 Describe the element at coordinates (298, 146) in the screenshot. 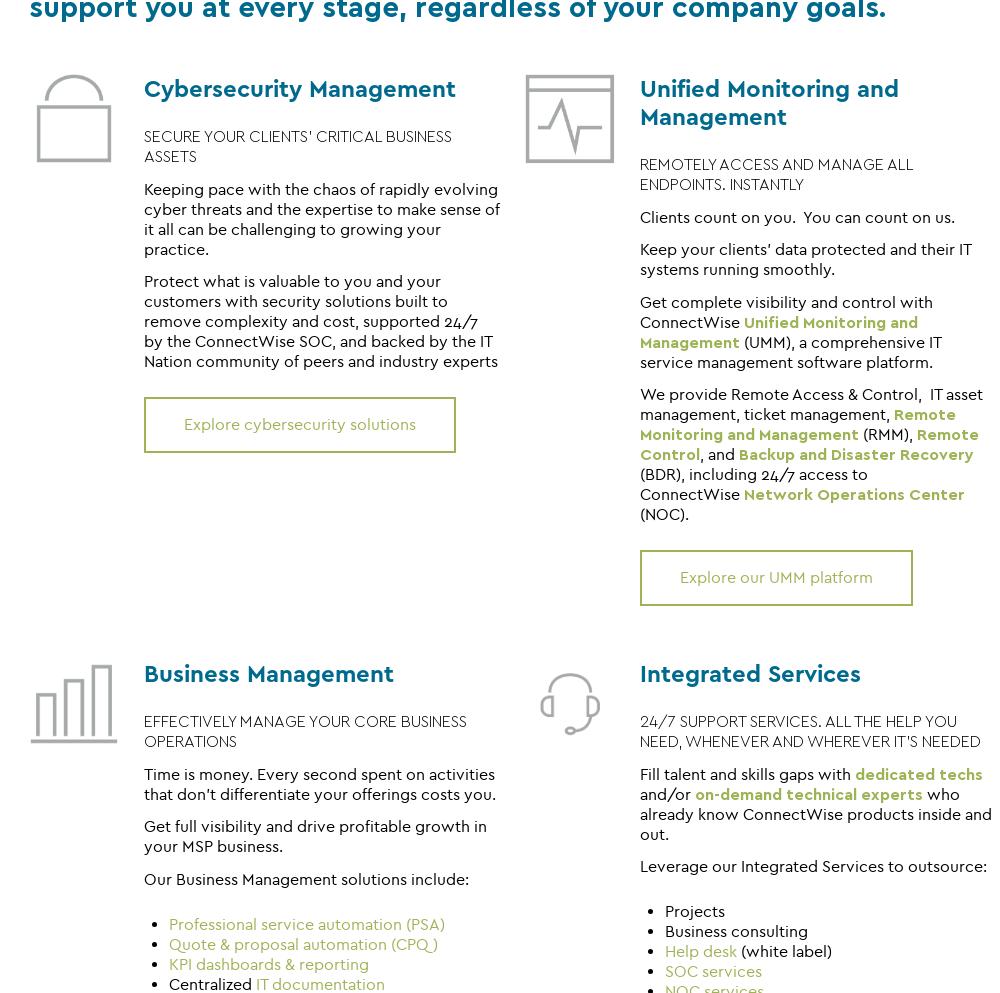

I see `'SECURE YOUR CLIENTS' CRITICAL BUSINESS ASSETS'` at that location.